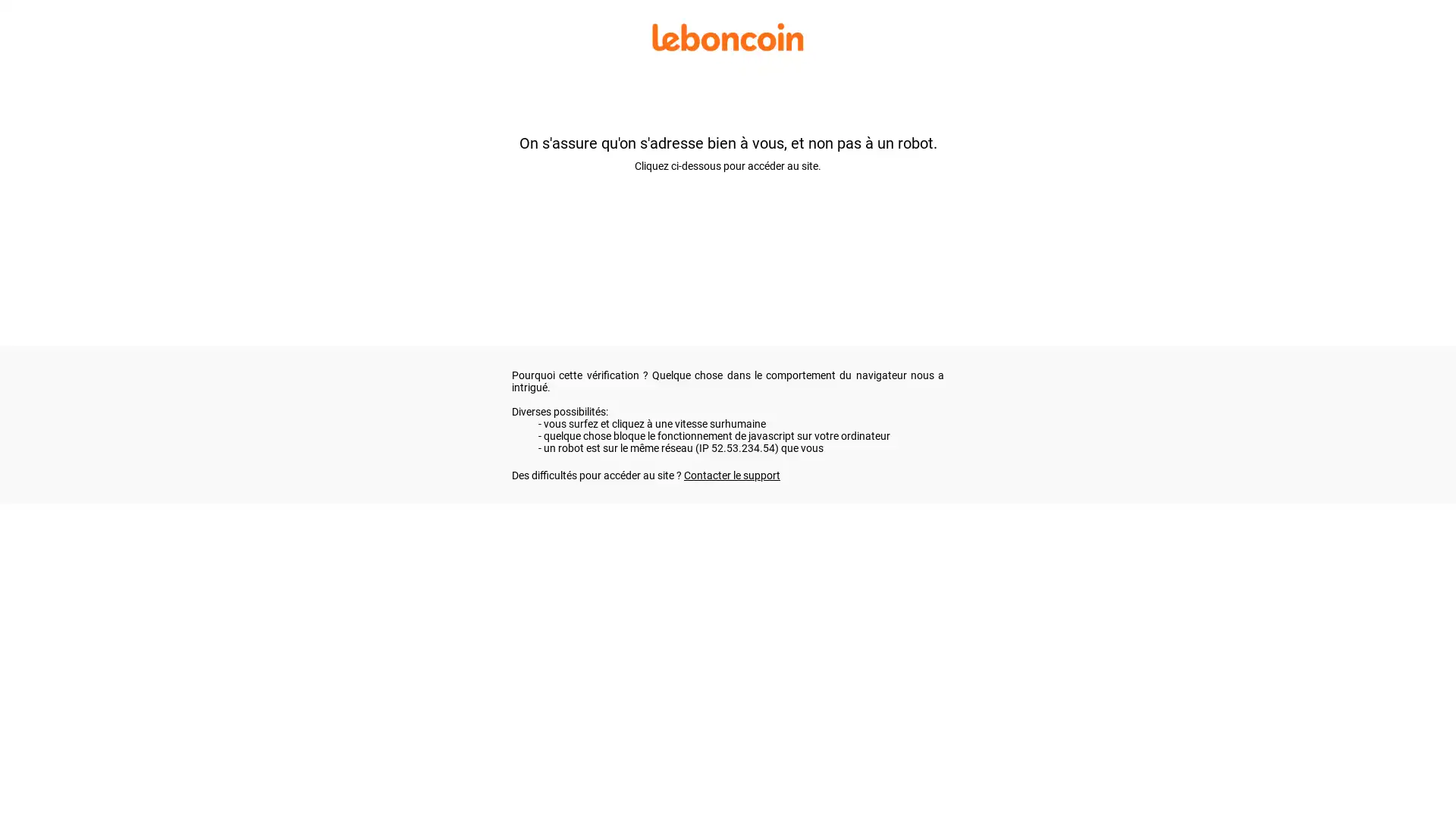 The image size is (1456, 819). Describe the element at coordinates (1097, 419) in the screenshot. I see `Suivant` at that location.